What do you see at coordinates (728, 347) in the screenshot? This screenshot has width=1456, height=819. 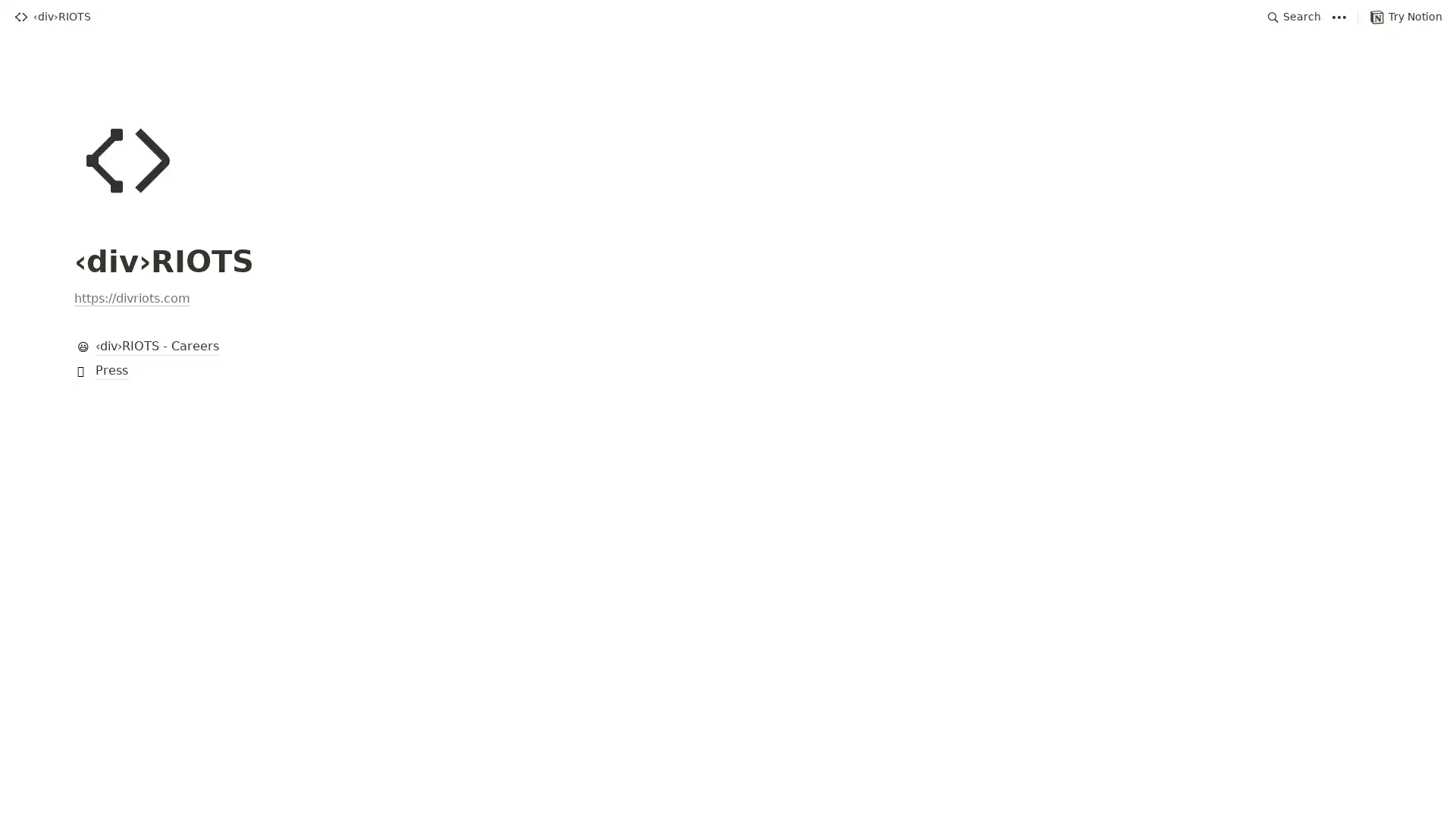 I see `divRIOTS - Careers` at bounding box center [728, 347].